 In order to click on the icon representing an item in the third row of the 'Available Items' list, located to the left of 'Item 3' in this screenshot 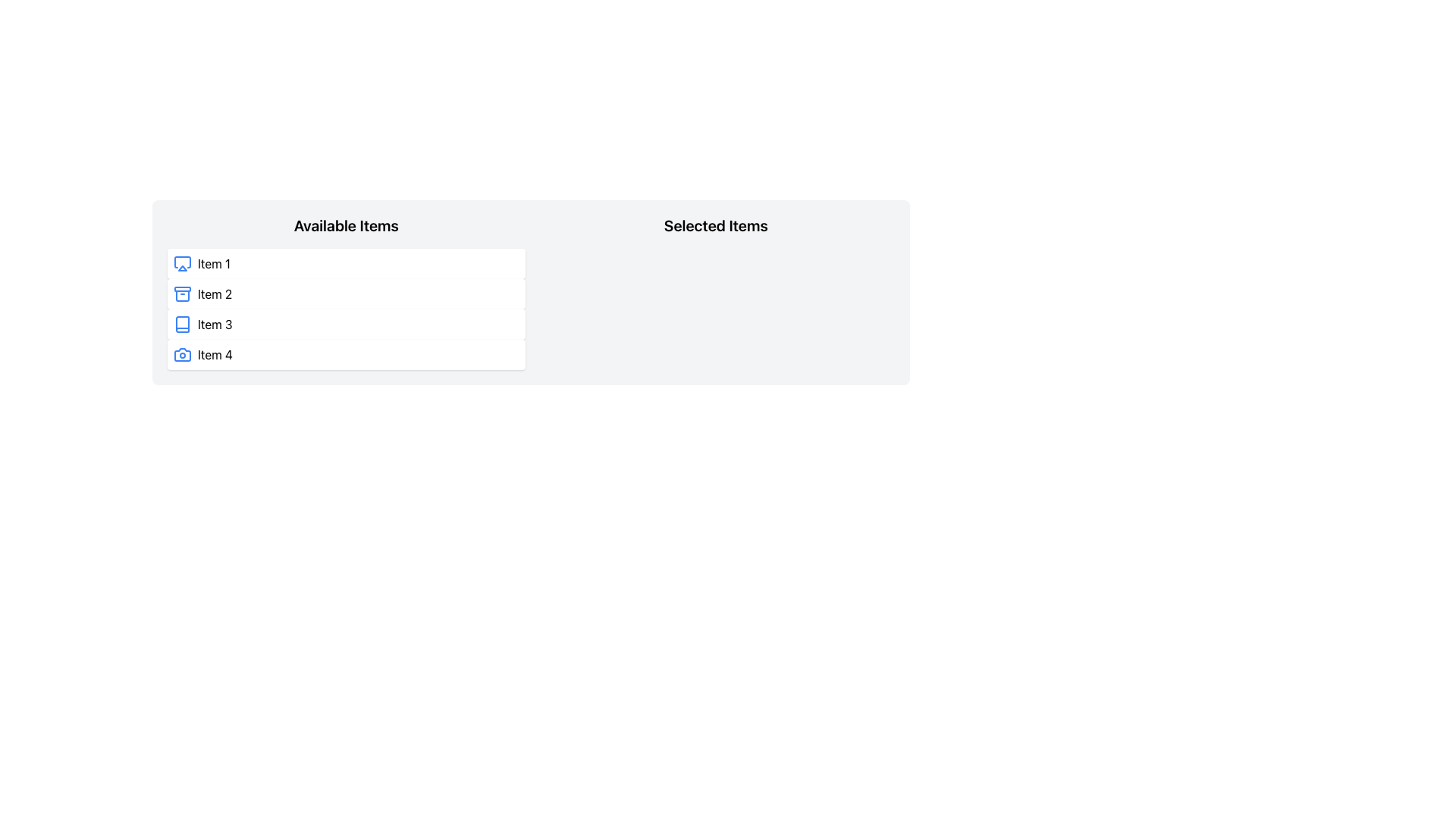, I will do `click(182, 324)`.